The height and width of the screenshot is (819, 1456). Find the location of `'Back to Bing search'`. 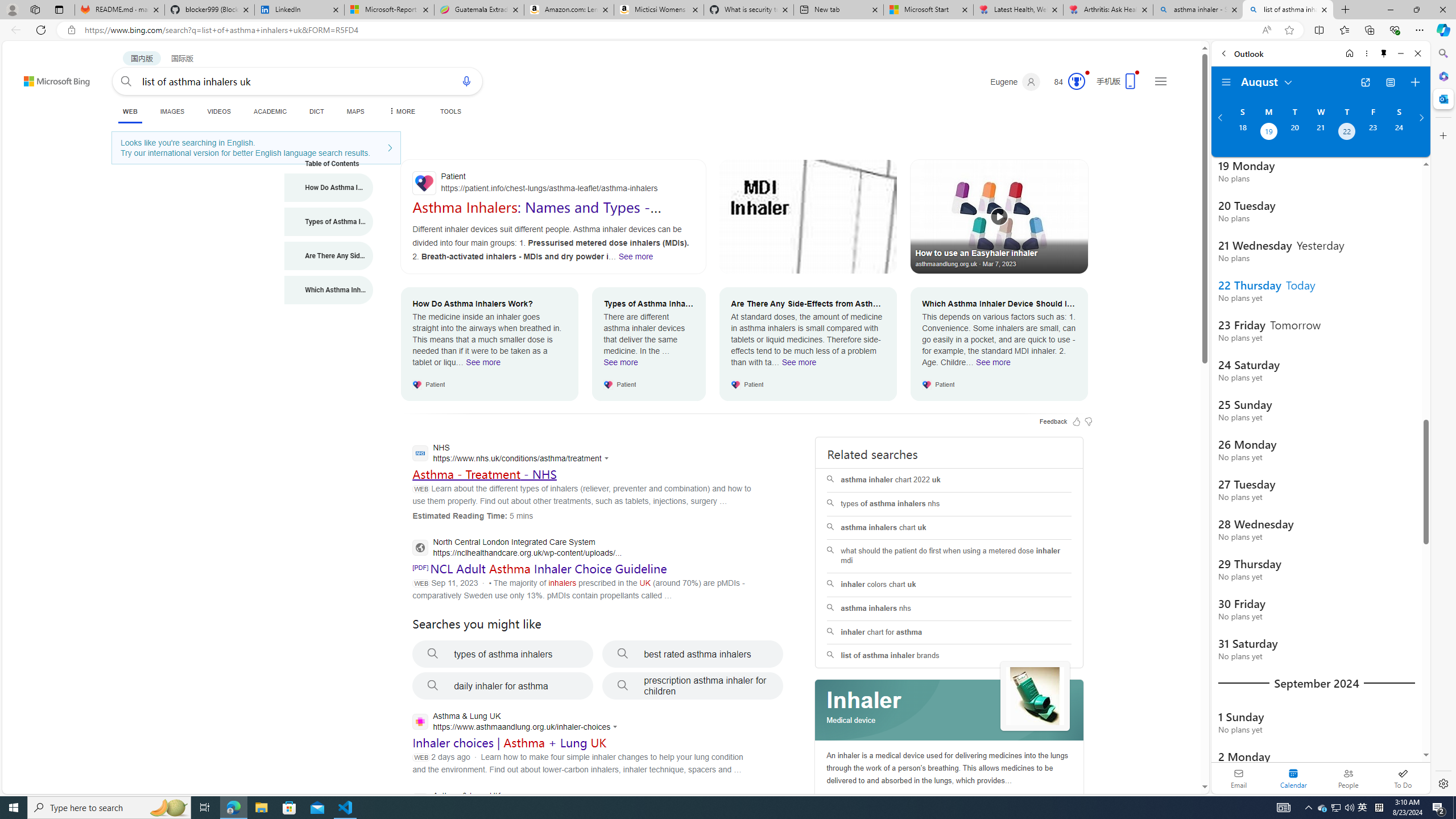

'Back to Bing search' is located at coordinates (49, 78).